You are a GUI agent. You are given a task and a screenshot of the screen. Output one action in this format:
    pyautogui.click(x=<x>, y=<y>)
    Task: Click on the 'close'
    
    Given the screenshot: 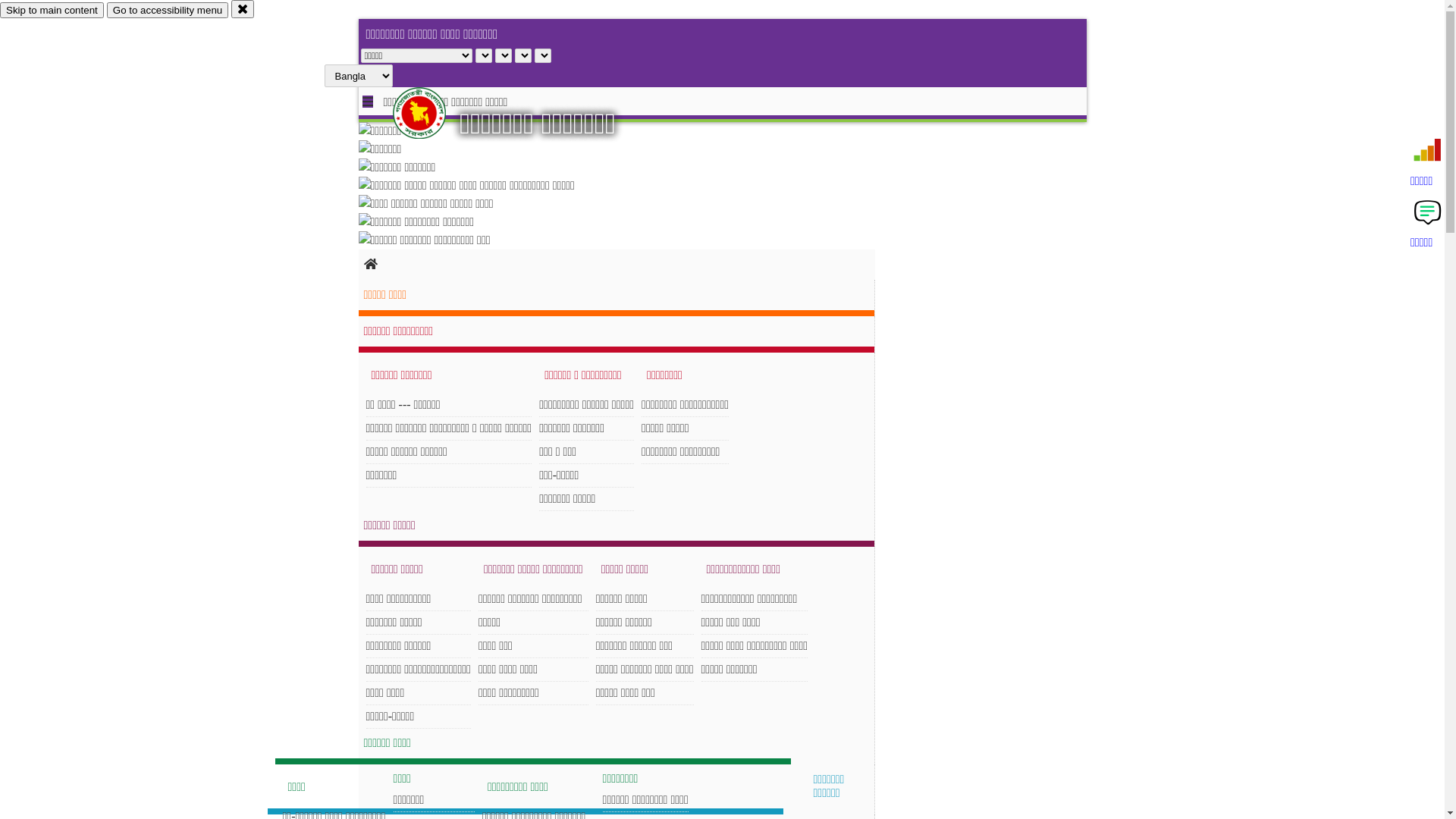 What is the action you would take?
    pyautogui.click(x=243, y=8)
    